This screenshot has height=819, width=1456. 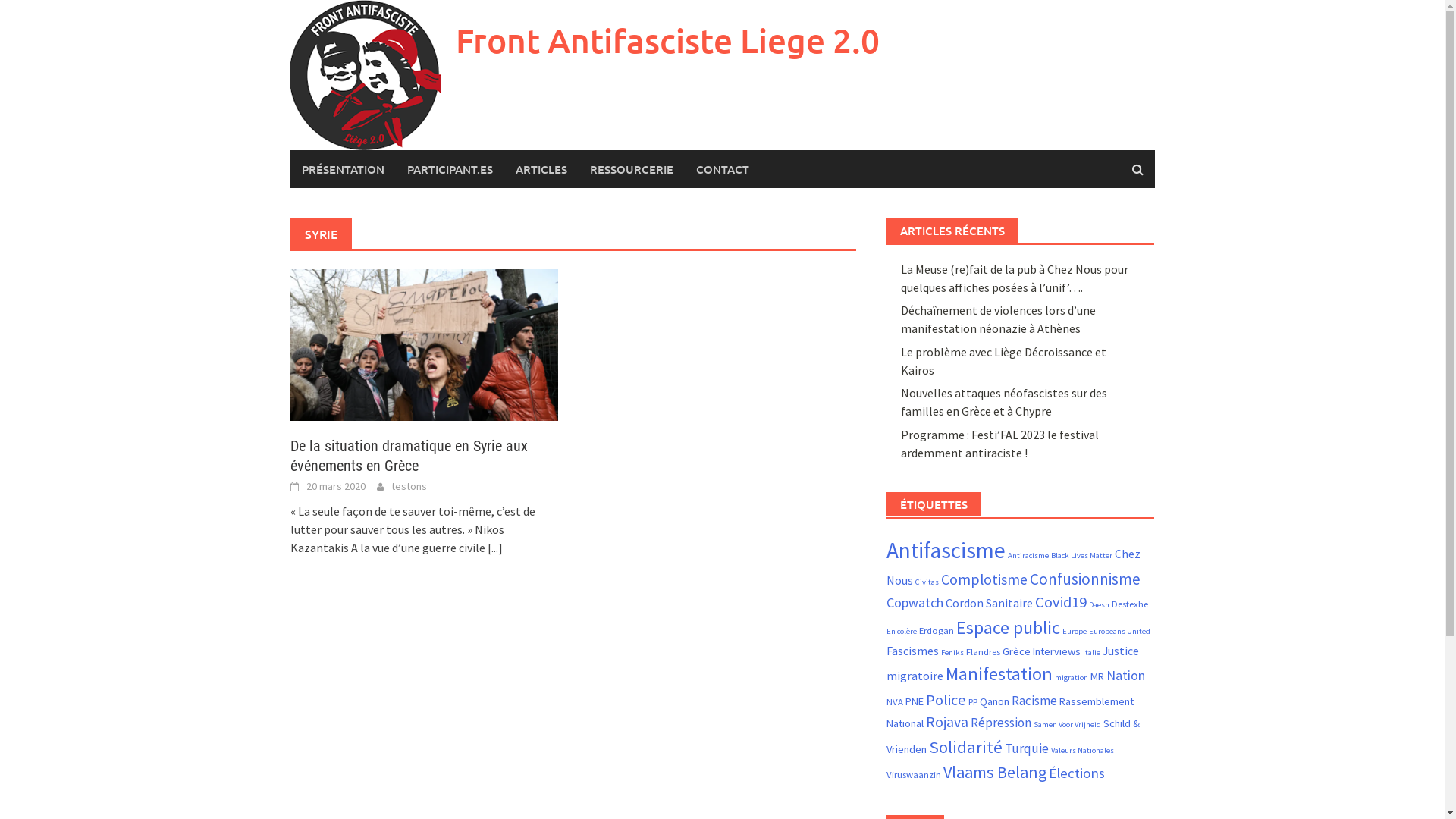 What do you see at coordinates (1125, 674) in the screenshot?
I see `'Nation'` at bounding box center [1125, 674].